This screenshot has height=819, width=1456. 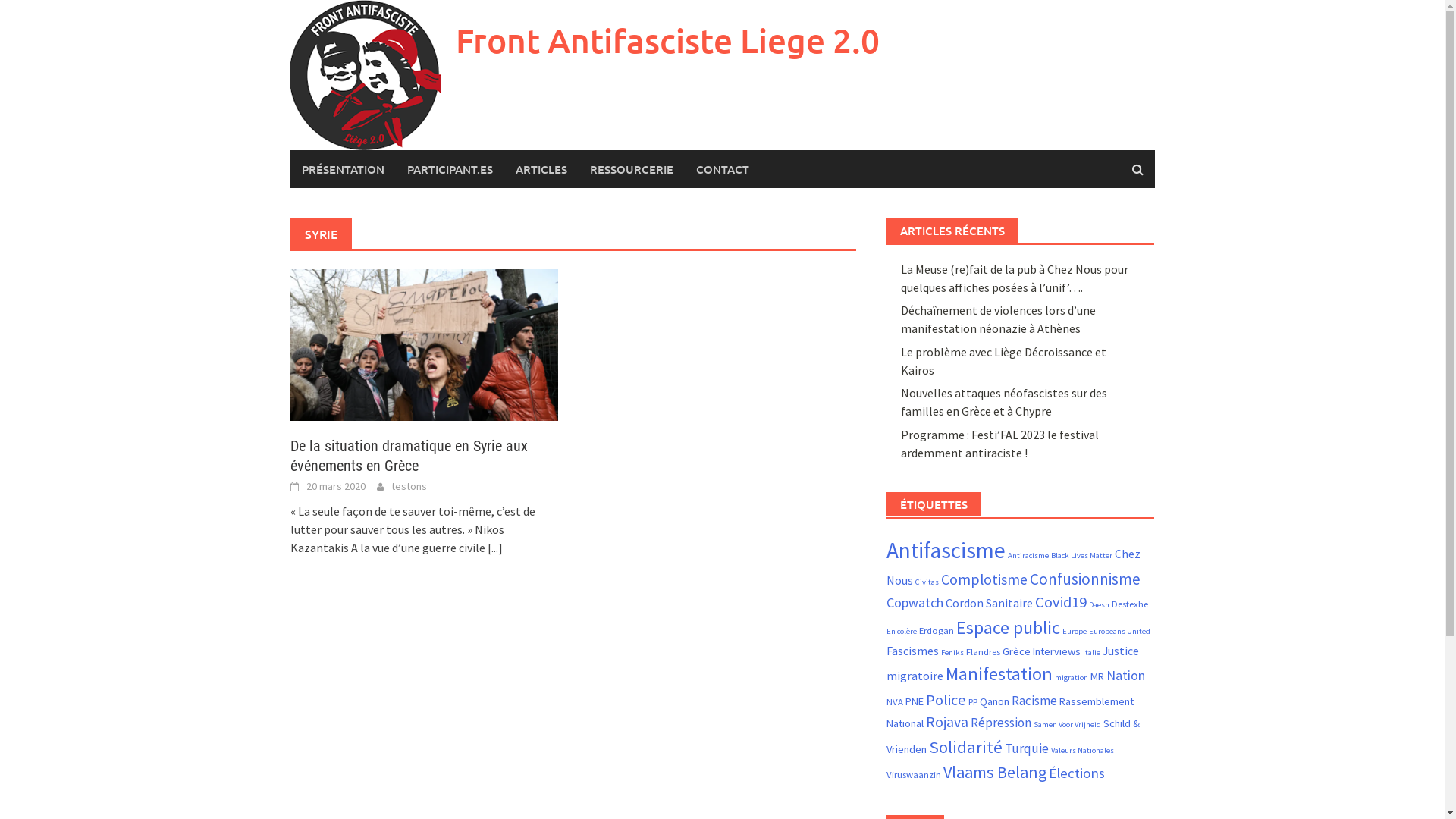 What do you see at coordinates (1125, 674) in the screenshot?
I see `'Nation'` at bounding box center [1125, 674].